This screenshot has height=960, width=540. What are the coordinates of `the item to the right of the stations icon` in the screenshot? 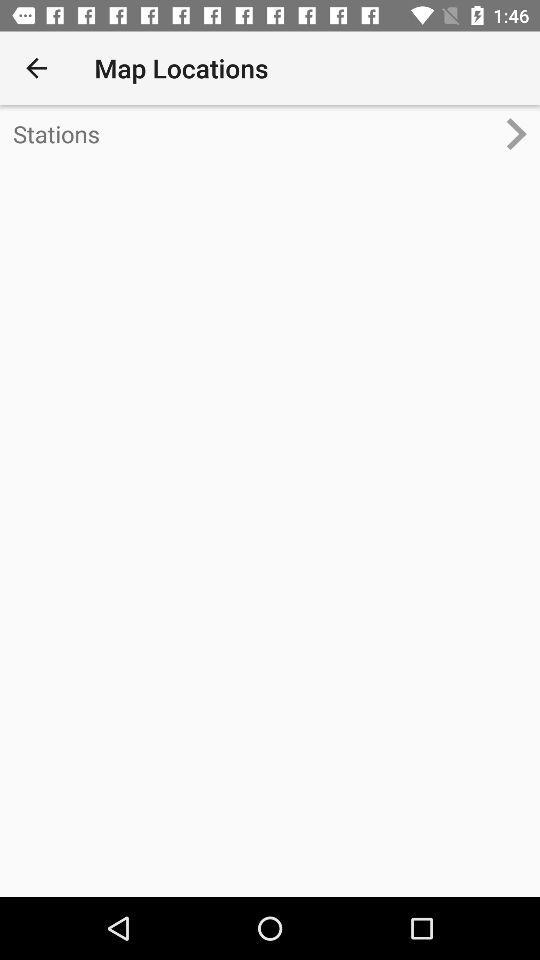 It's located at (523, 132).